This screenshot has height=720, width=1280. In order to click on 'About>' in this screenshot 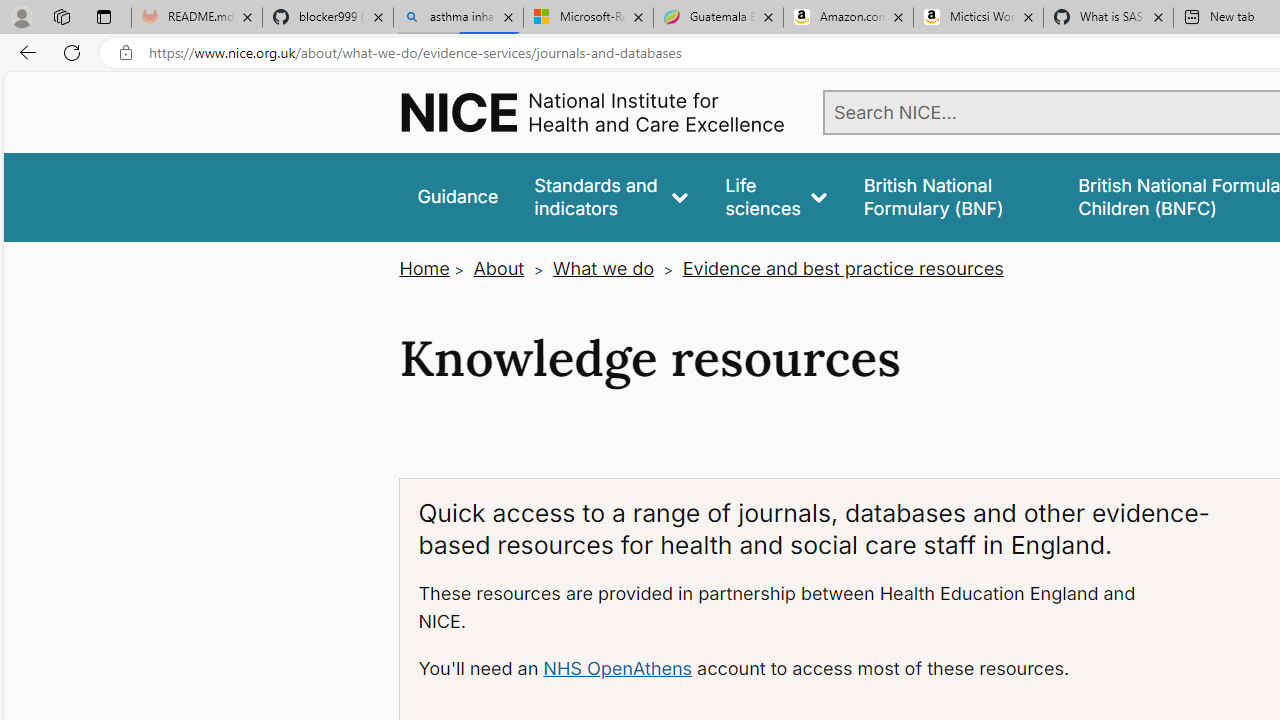, I will do `click(510, 268)`.